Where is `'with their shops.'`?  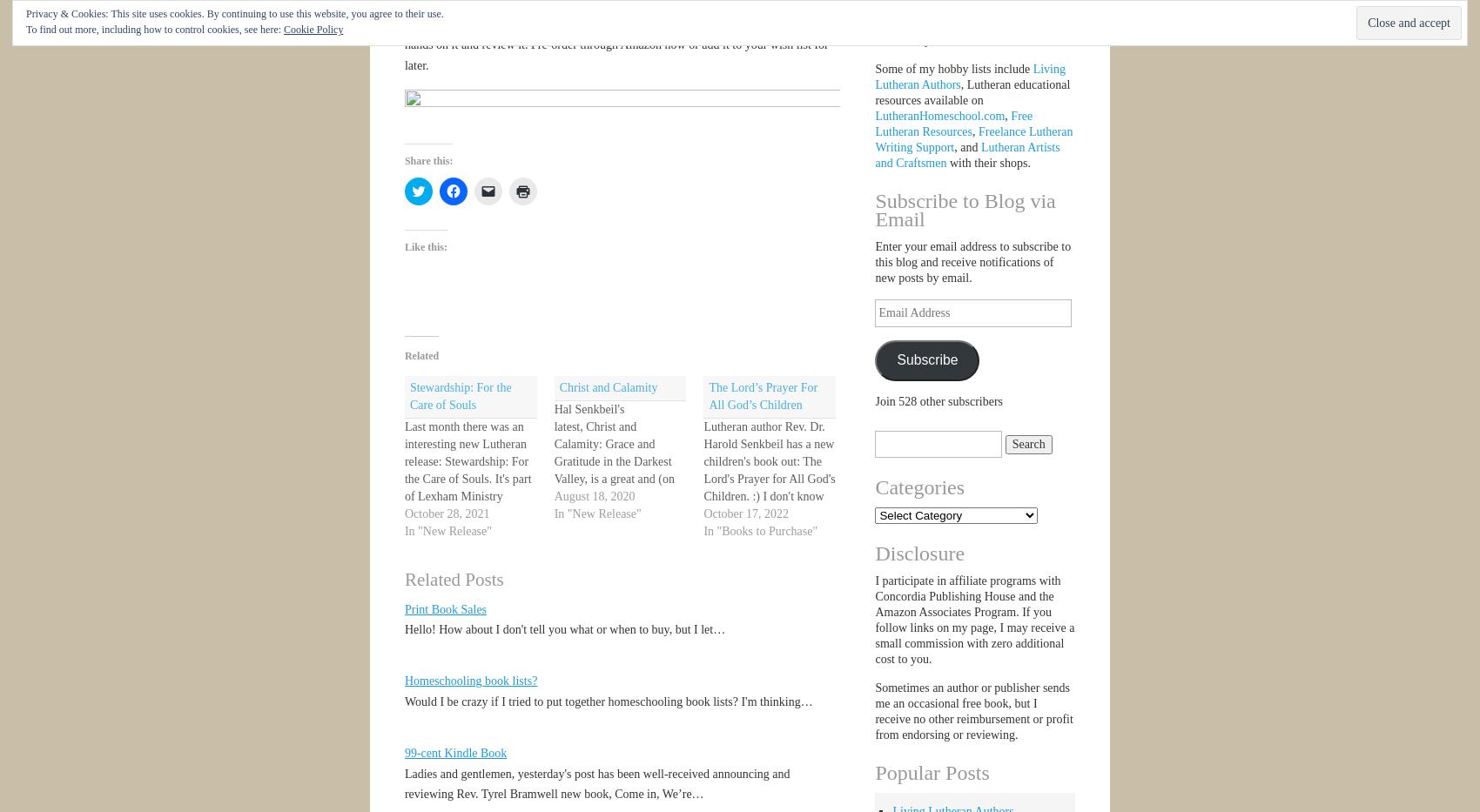
'with their shops.' is located at coordinates (945, 163).